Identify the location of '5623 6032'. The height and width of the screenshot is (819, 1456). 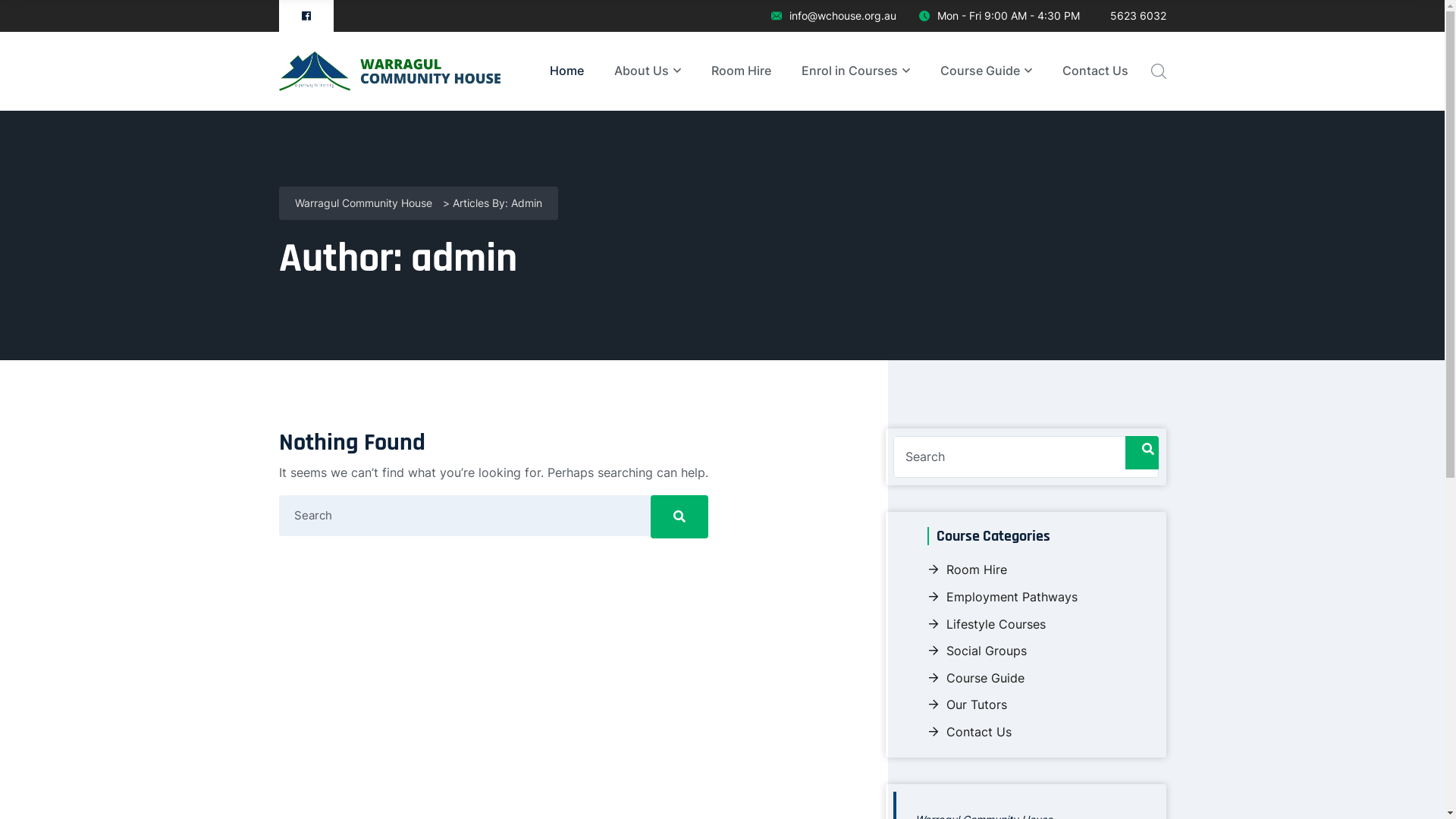
(1134, 15).